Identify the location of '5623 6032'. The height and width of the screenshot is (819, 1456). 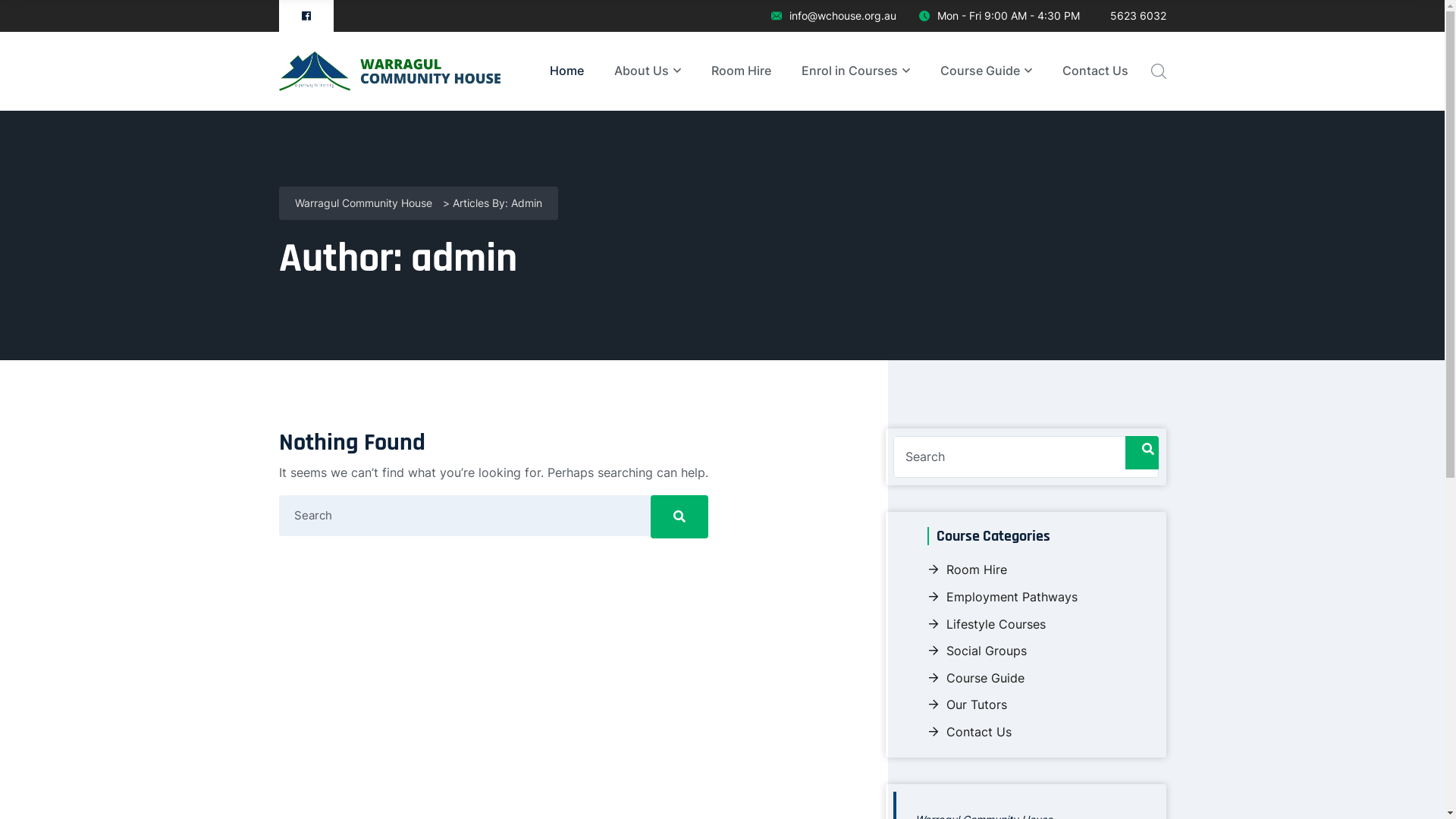
(1134, 15).